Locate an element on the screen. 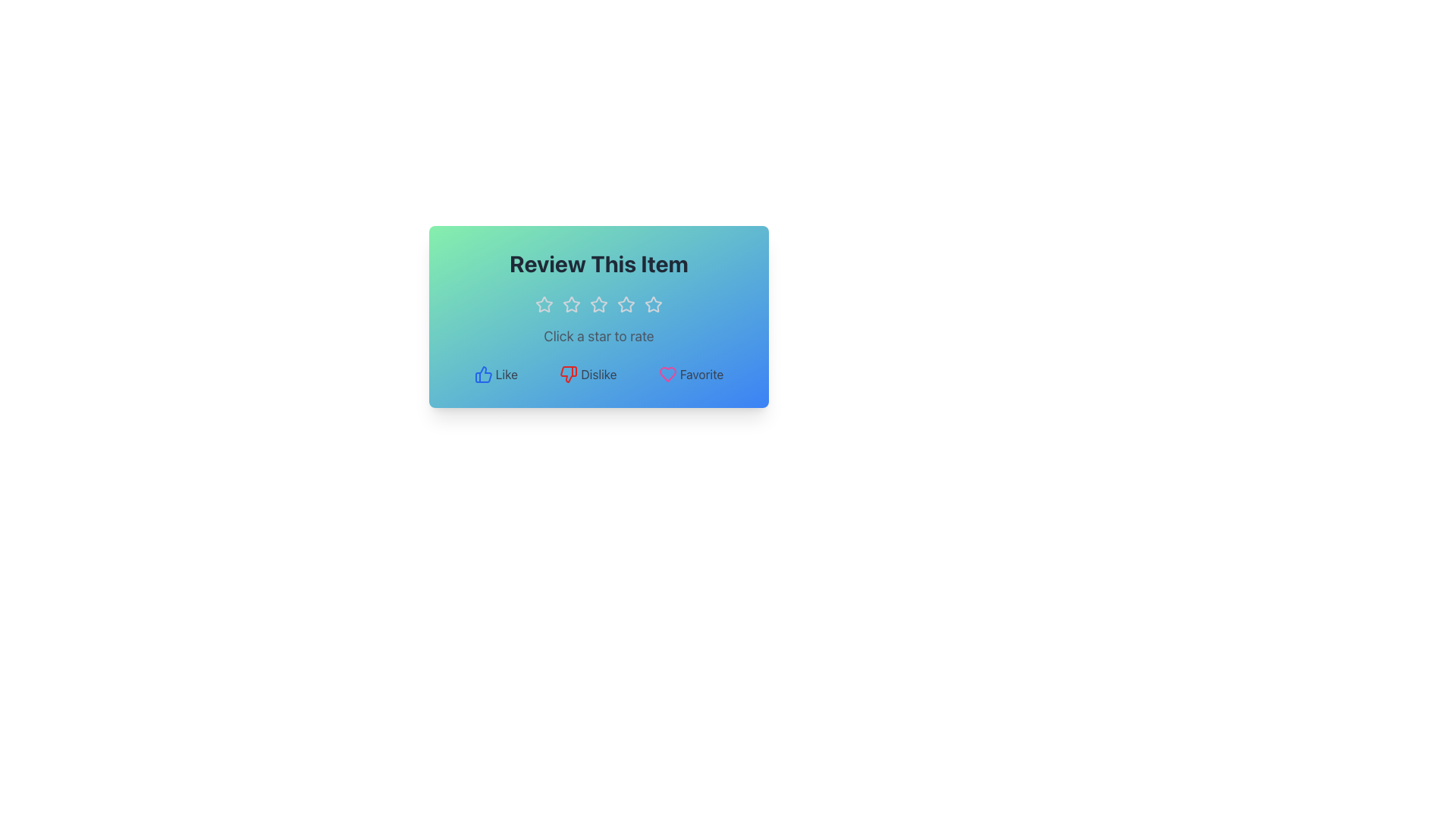  the star in the multi-functional rating and feedback panel is located at coordinates (598, 315).